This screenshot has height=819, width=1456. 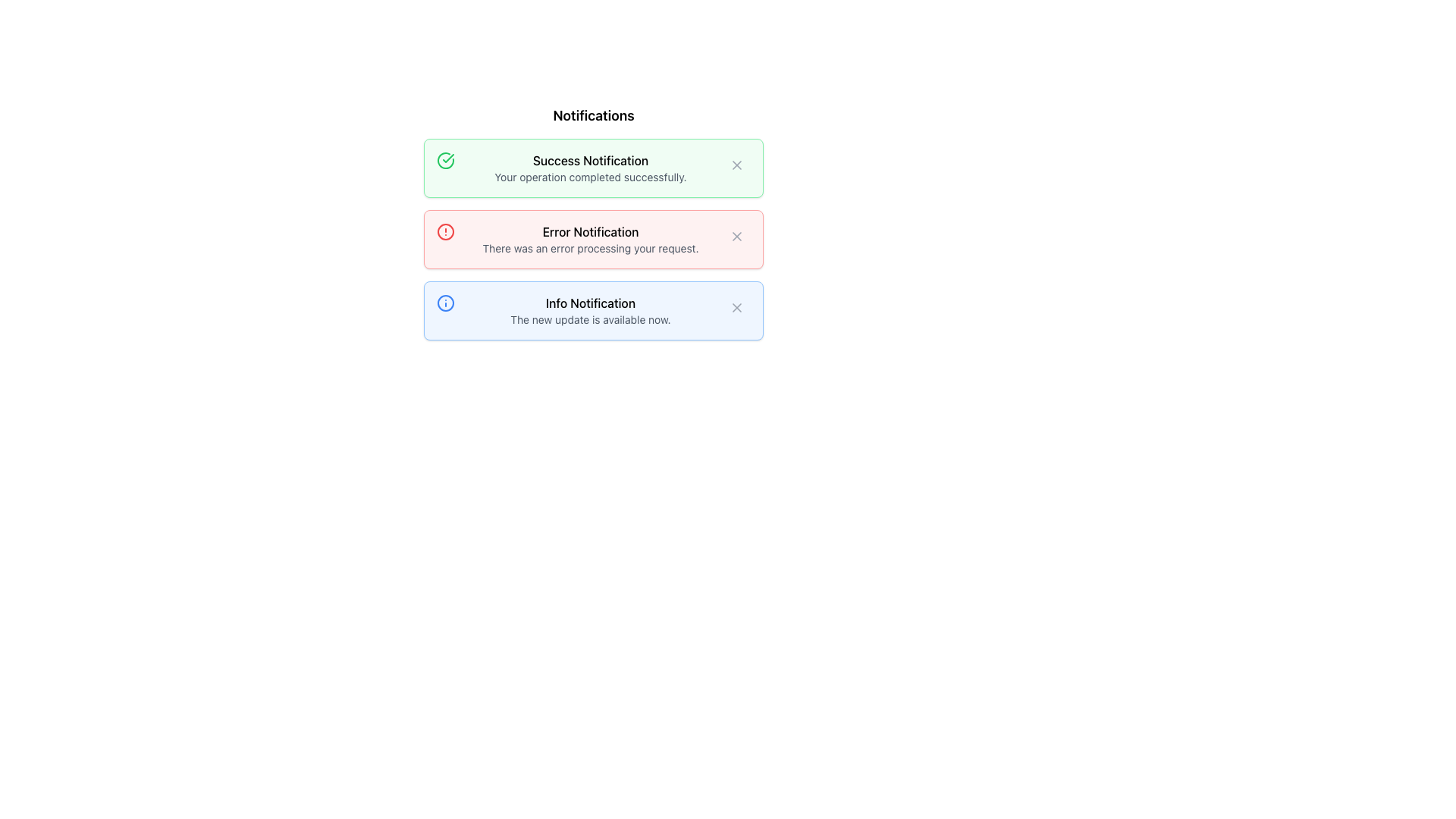 What do you see at coordinates (589, 303) in the screenshot?
I see `the static text element displaying 'Info Notification', which is styled with medium weight font and located at the top of the blue-bordered notification block` at bounding box center [589, 303].